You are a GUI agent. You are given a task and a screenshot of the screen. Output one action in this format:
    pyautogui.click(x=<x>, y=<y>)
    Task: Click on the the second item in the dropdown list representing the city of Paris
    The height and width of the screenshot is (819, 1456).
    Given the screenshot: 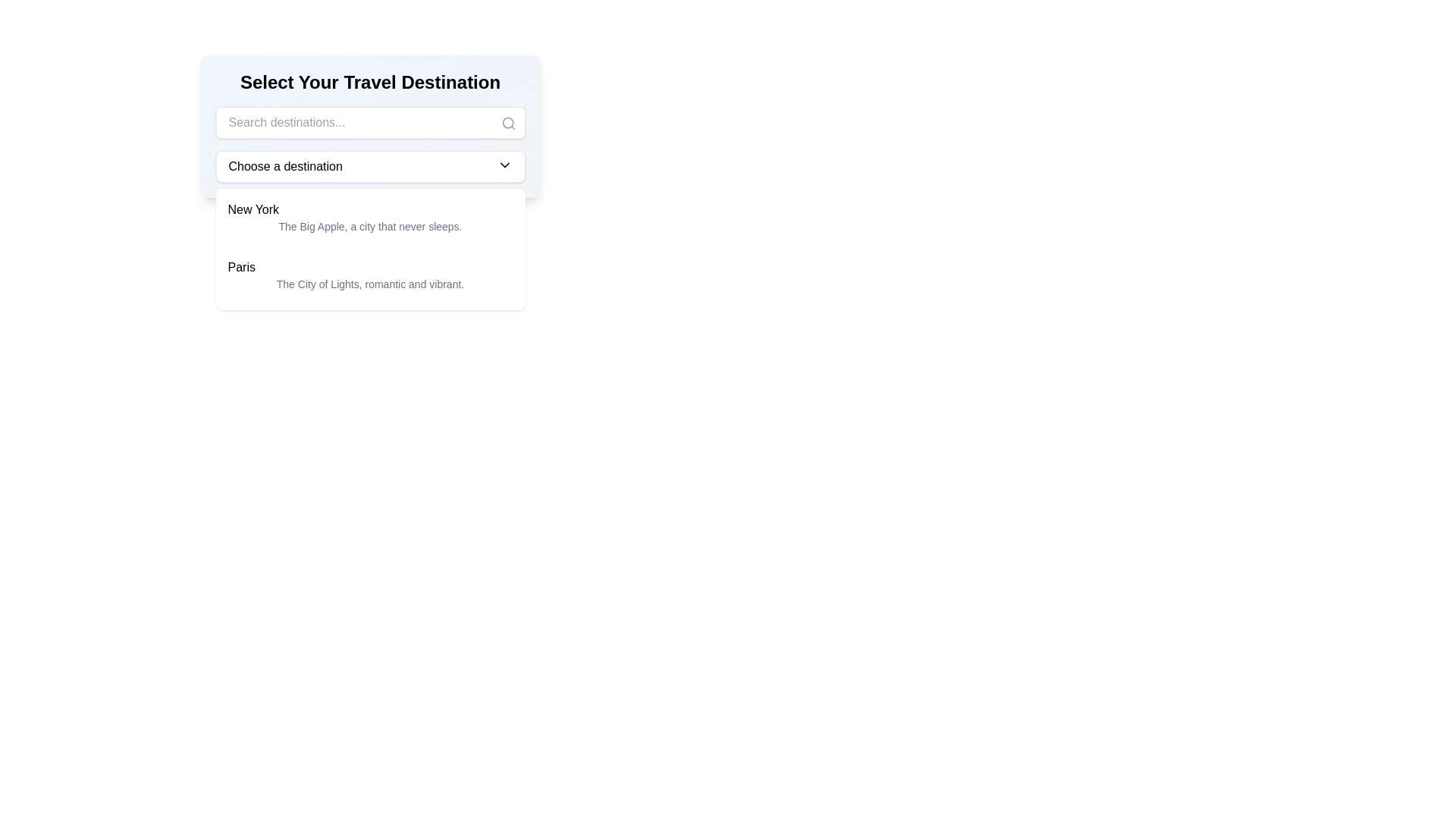 What is the action you would take?
    pyautogui.click(x=370, y=275)
    